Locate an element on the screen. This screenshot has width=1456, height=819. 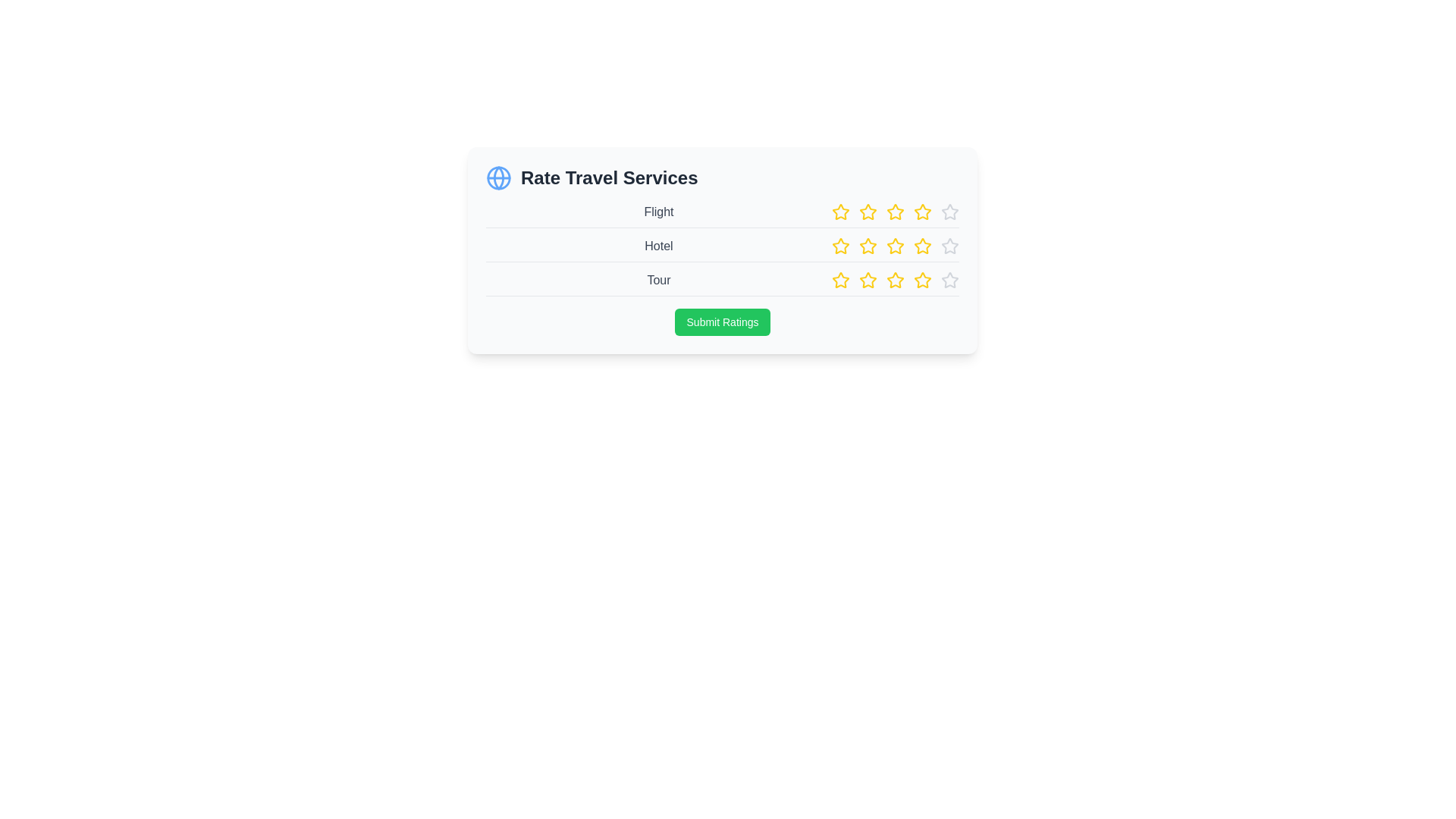
the fifth star icon in the rating system labeled 'Flight' to rate it is located at coordinates (949, 212).